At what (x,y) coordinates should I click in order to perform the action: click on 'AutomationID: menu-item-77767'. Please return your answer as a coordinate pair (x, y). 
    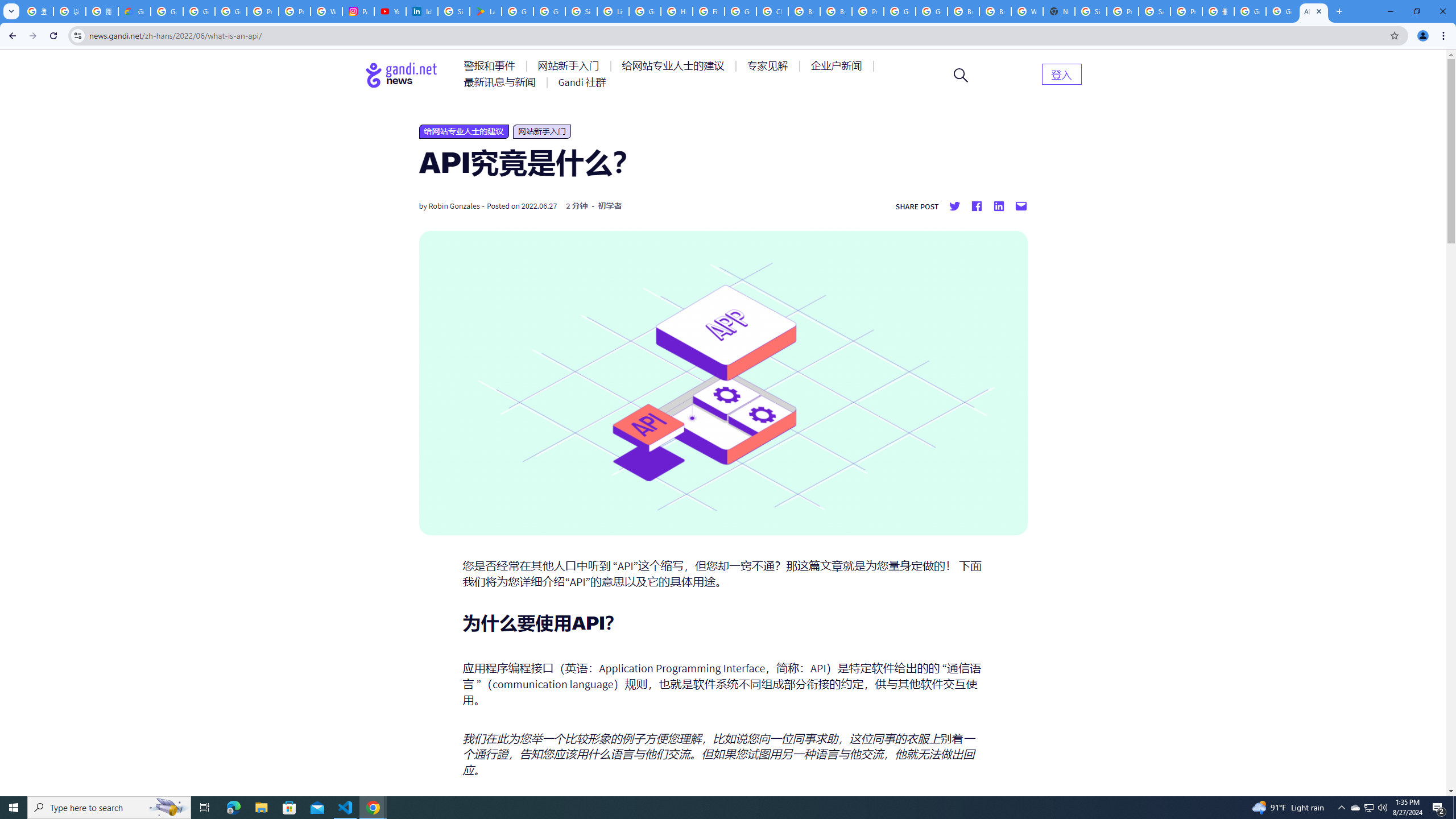
    Looking at the image, I should click on (582, 81).